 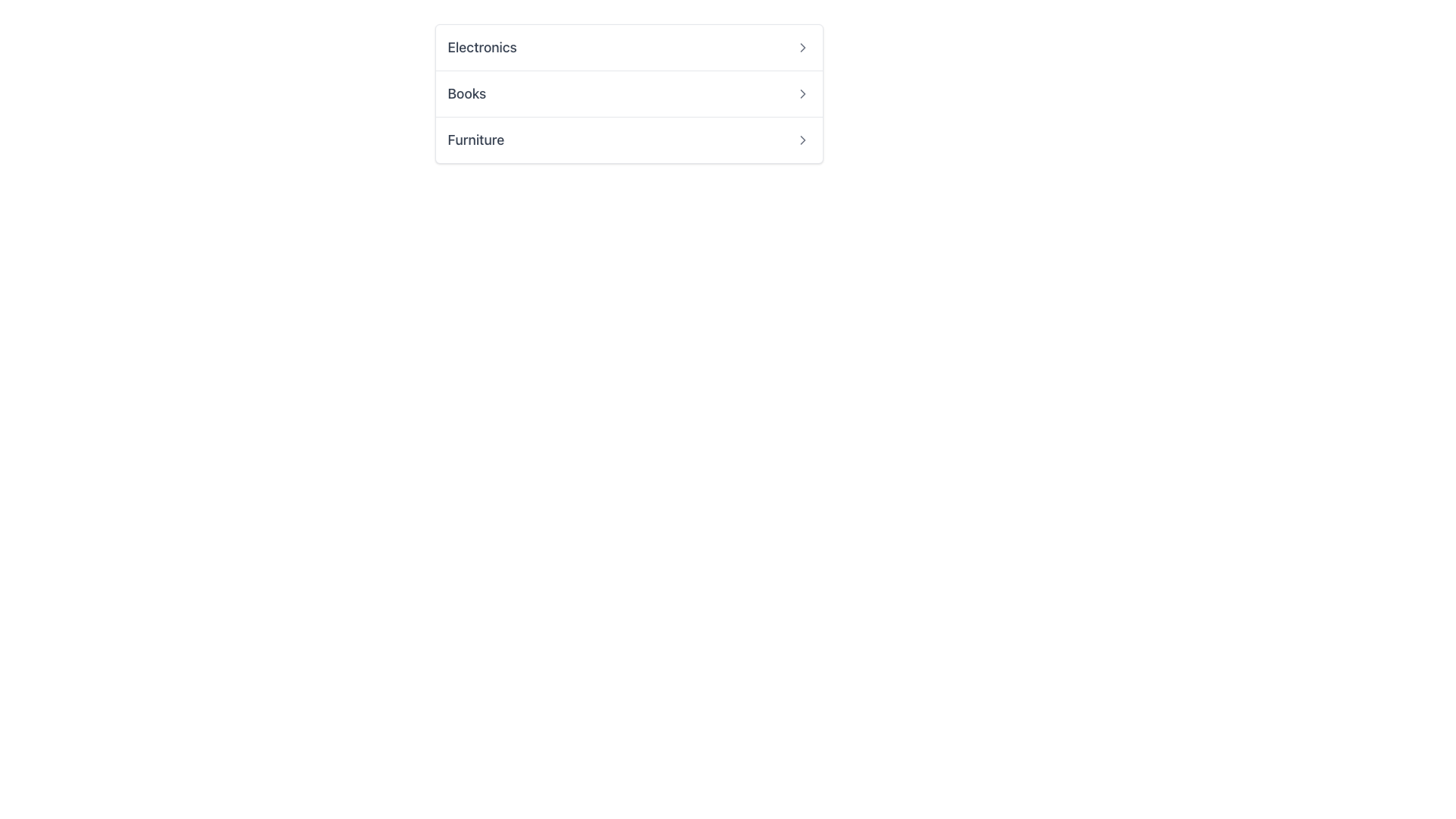 I want to click on the chevron icon located next to the 'Furniture' label in the third row of the vertical list, so click(x=802, y=140).